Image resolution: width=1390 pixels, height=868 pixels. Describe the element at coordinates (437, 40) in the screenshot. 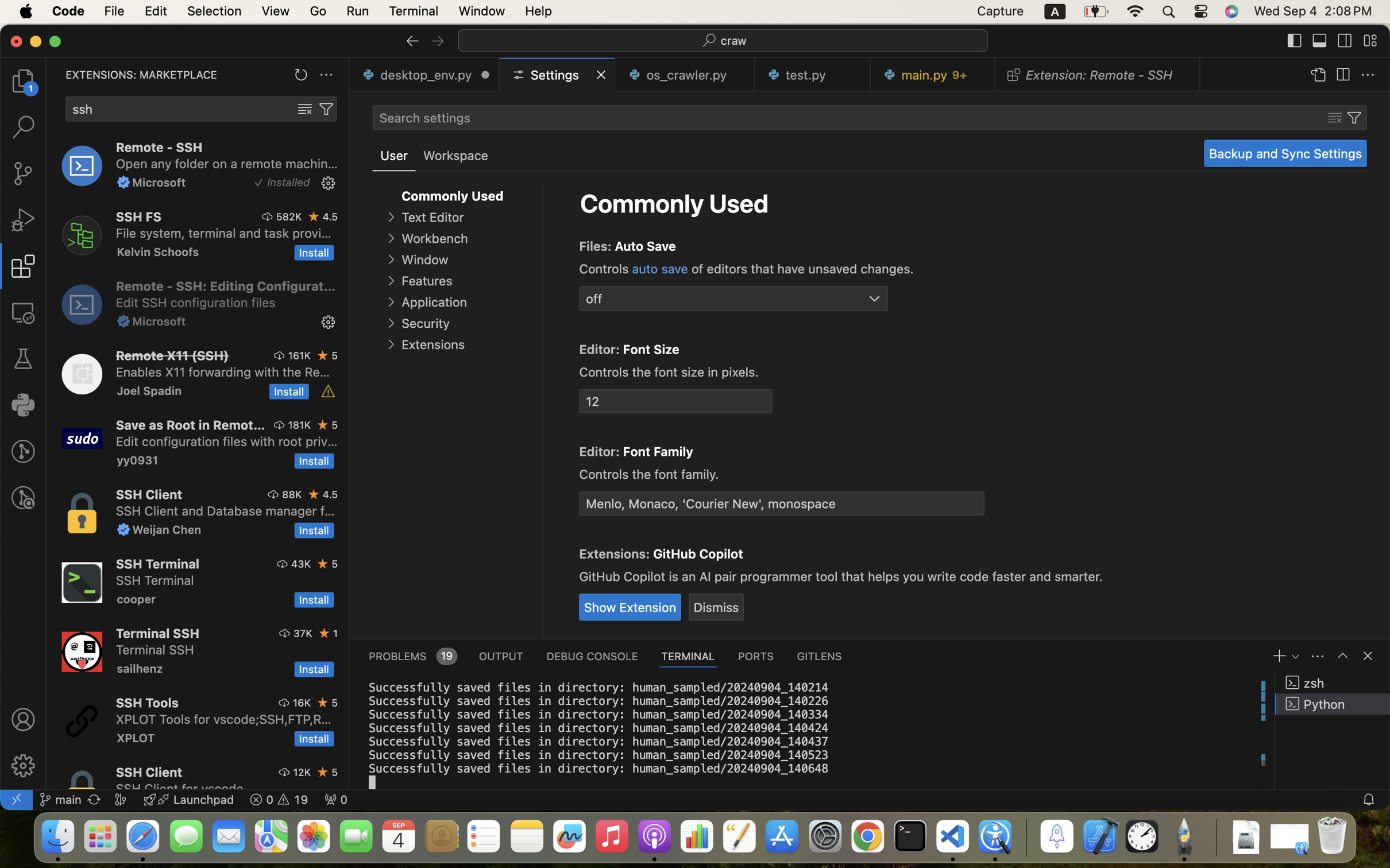

I see `''` at that location.